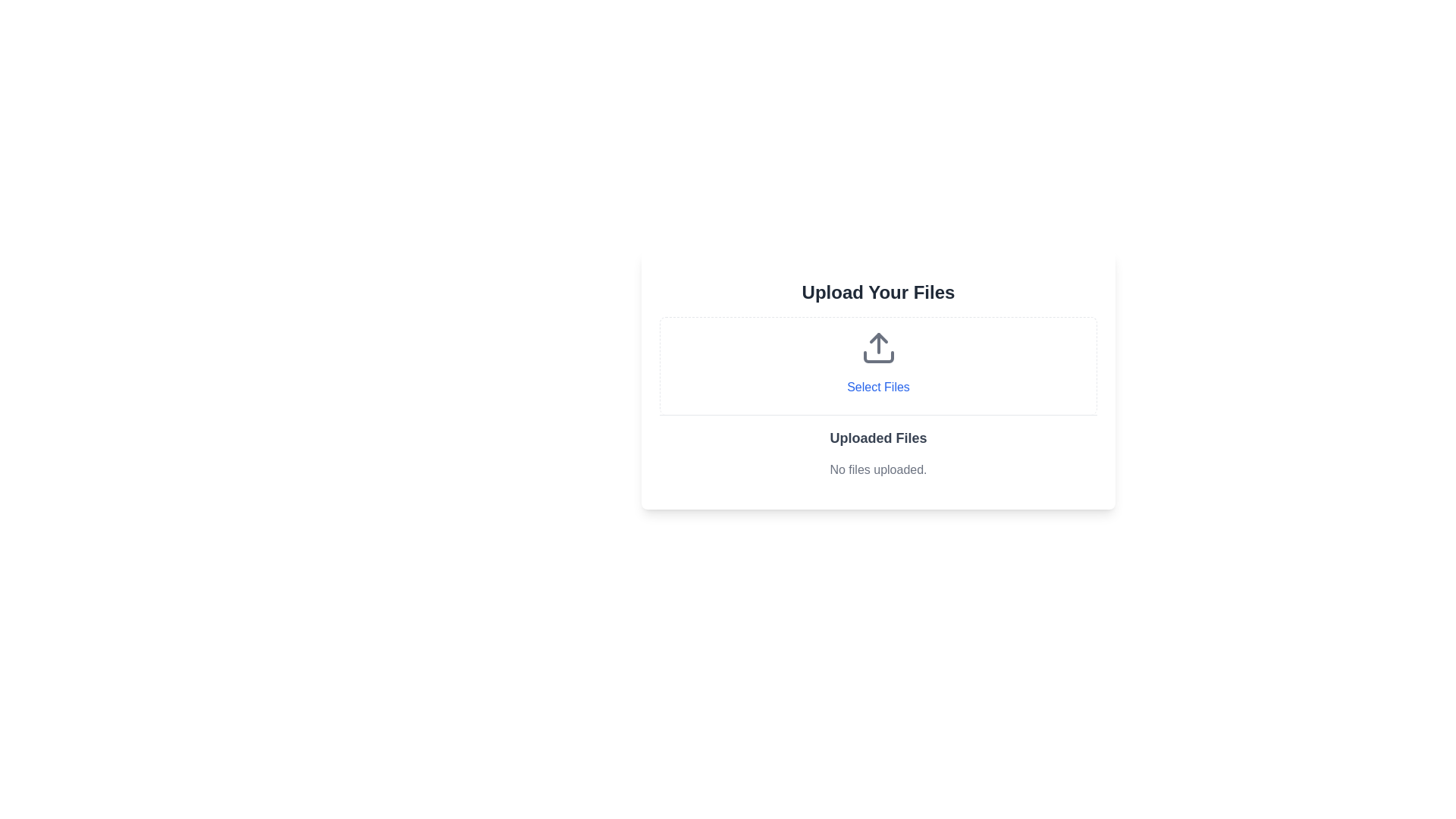  Describe the element at coordinates (878, 337) in the screenshot. I see `the graphical arrow icon that forms the upper side of the upload symbol in the SVG component, located near the center of the 'Upload Your Files' dialog box` at that location.